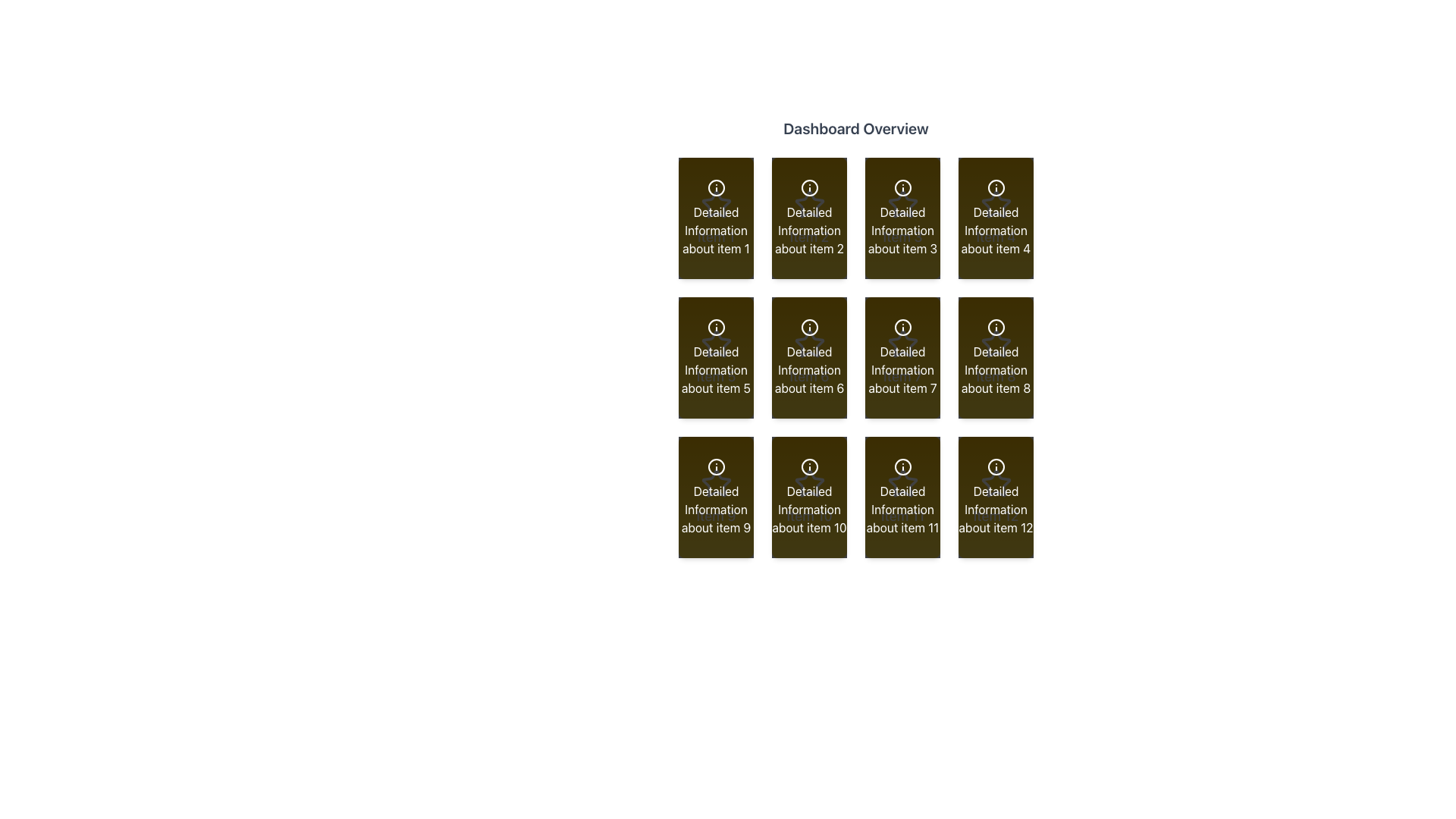 The height and width of the screenshot is (819, 1456). What do you see at coordinates (715, 466) in the screenshot?
I see `the circle element that serves as part of the information icon, located in the ninth box of a 4x3 grid layout, providing details about item 9` at bounding box center [715, 466].